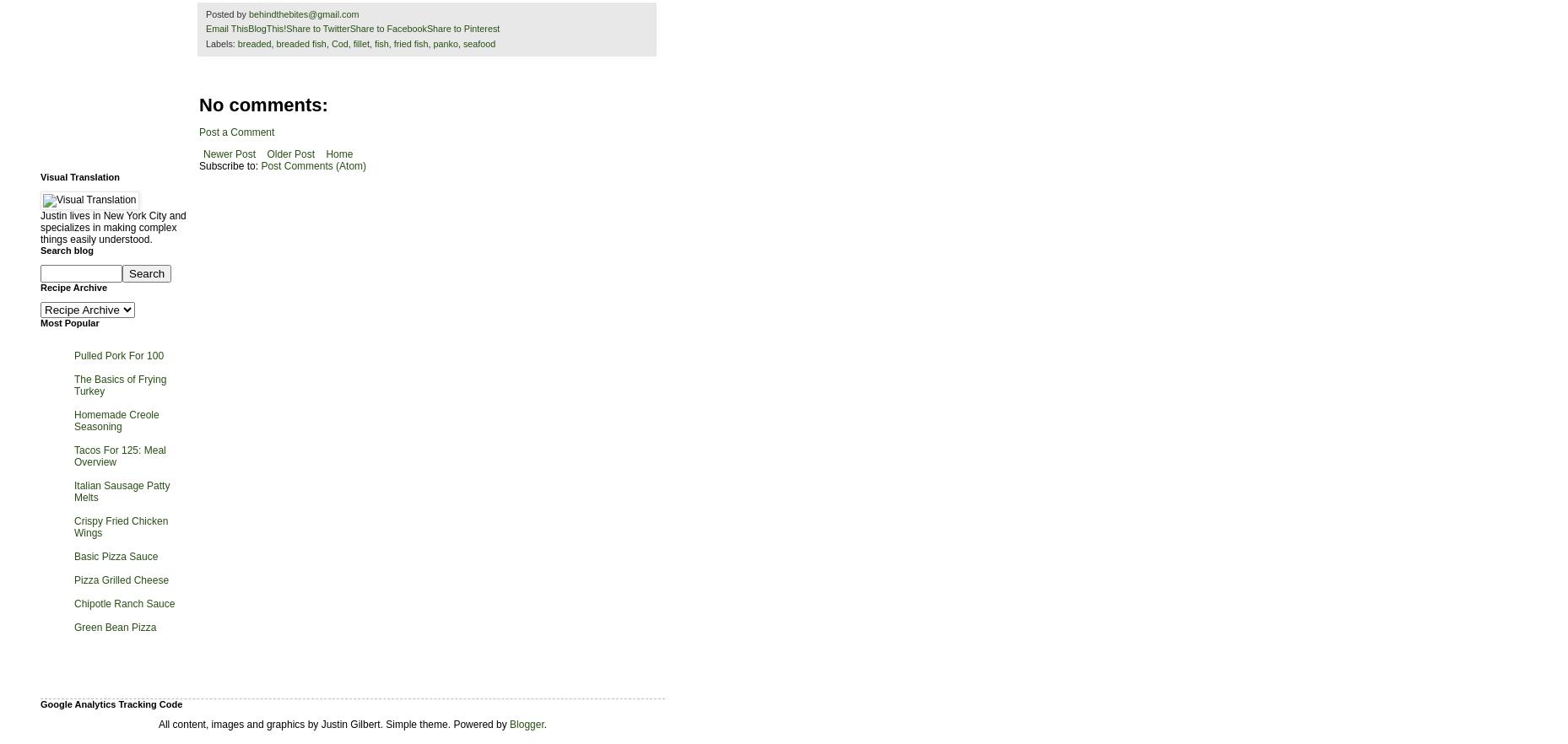  I want to click on 'Email This', so click(226, 27).